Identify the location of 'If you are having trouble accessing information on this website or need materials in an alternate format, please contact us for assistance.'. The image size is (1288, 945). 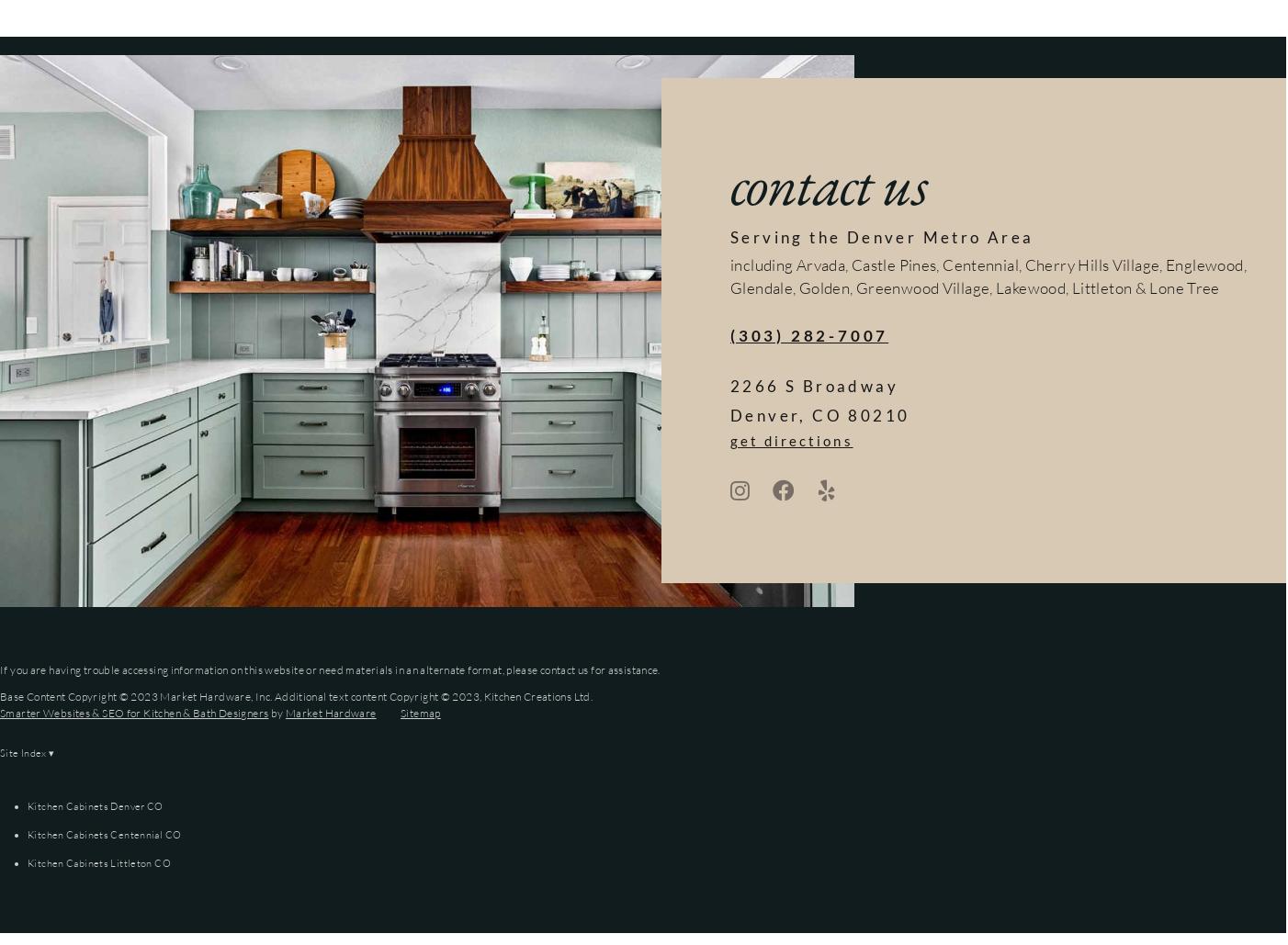
(330, 668).